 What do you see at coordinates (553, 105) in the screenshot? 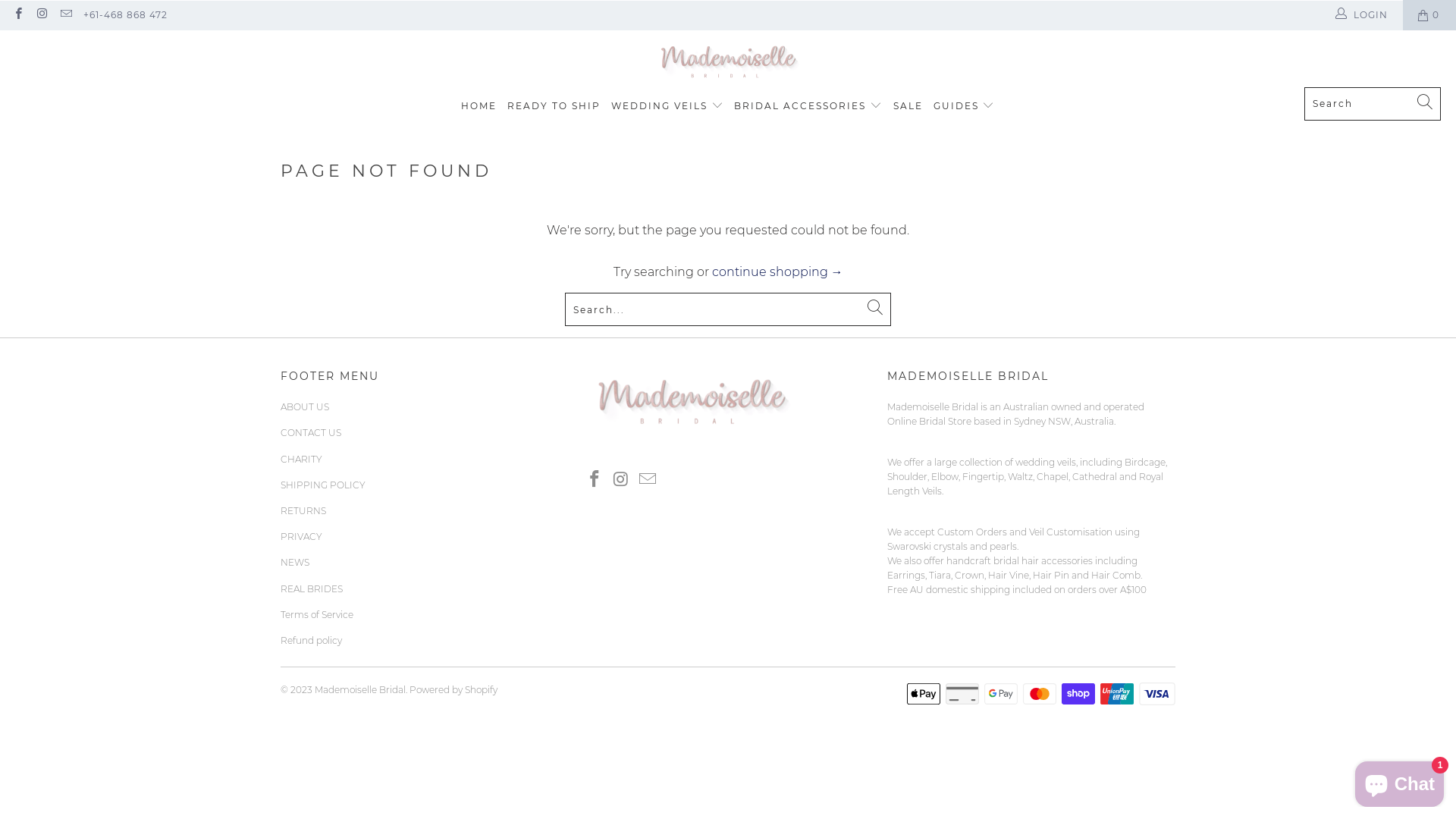
I see `'READY TO SHIP'` at bounding box center [553, 105].